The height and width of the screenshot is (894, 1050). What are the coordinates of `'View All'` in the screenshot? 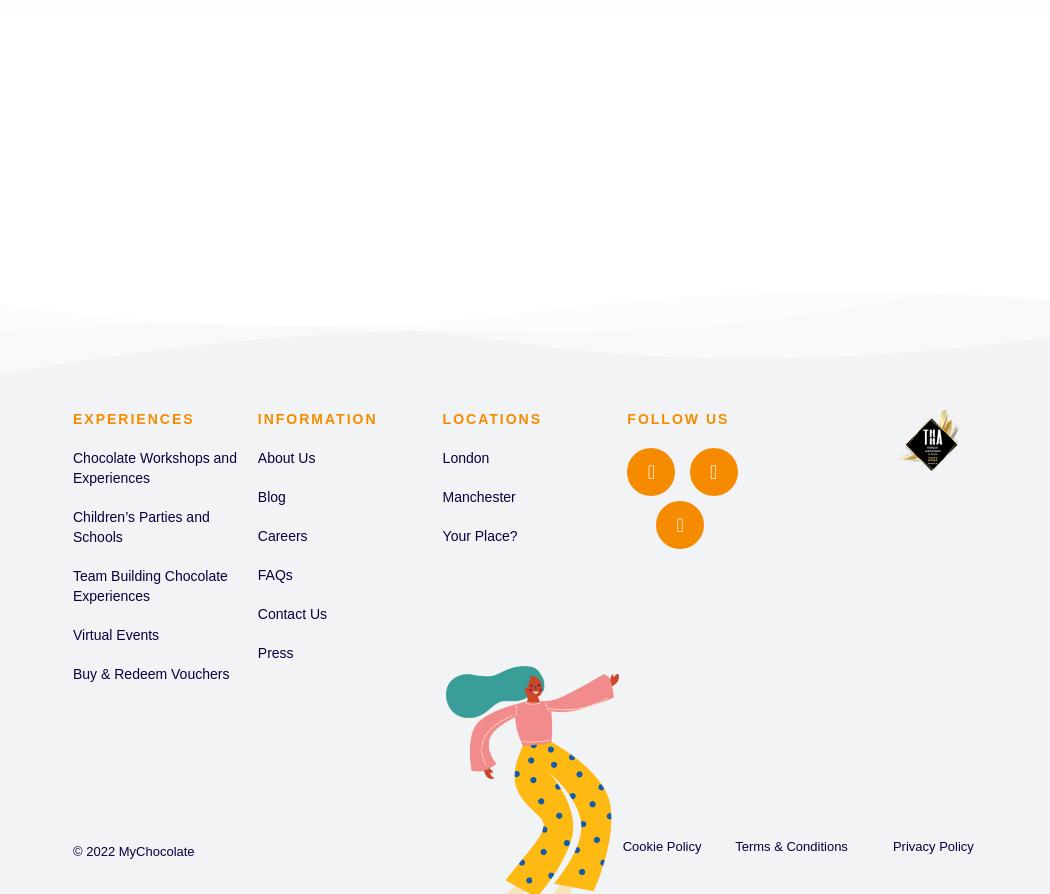 It's located at (404, 151).